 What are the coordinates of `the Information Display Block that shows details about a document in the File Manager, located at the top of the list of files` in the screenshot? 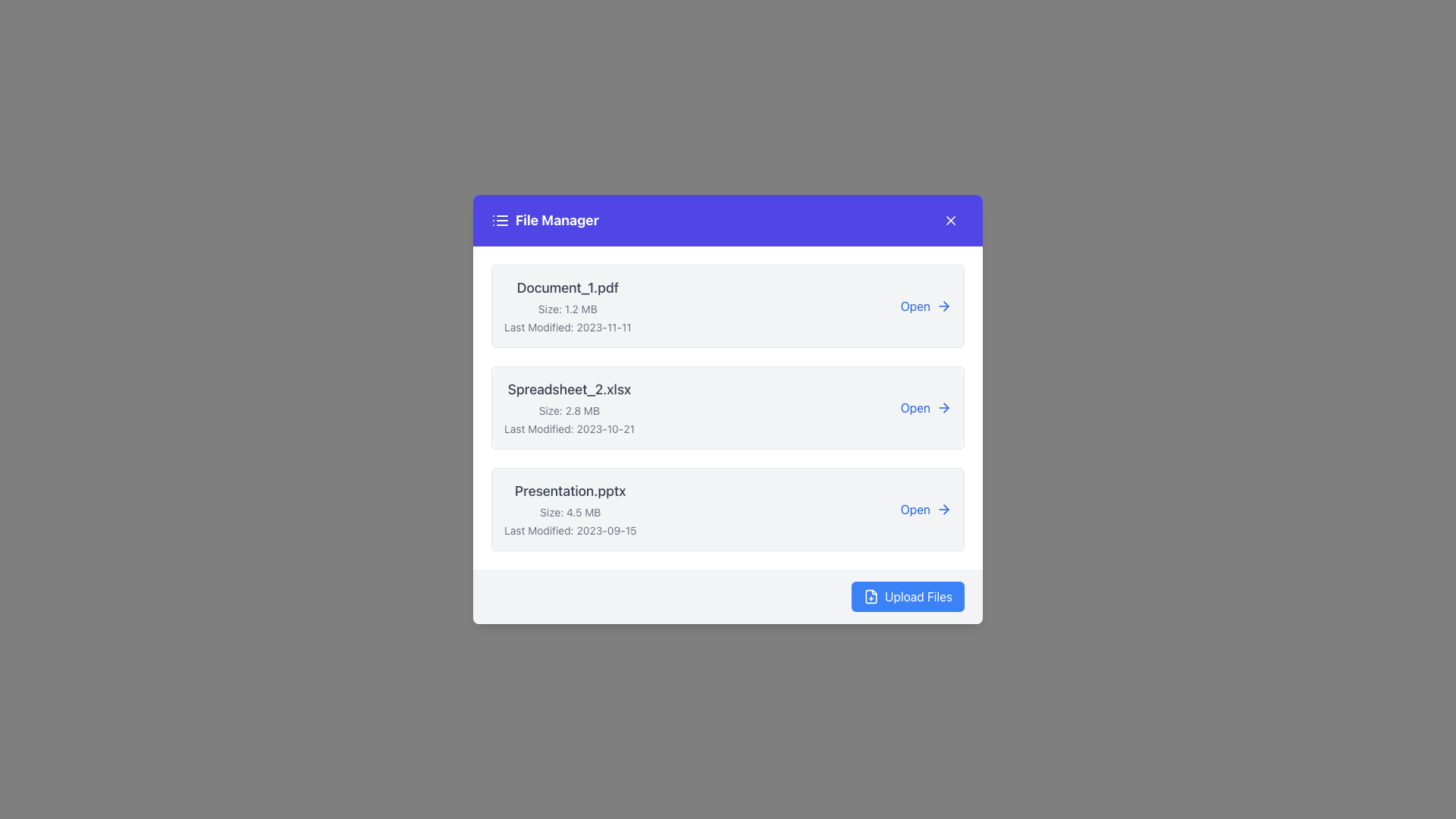 It's located at (566, 306).